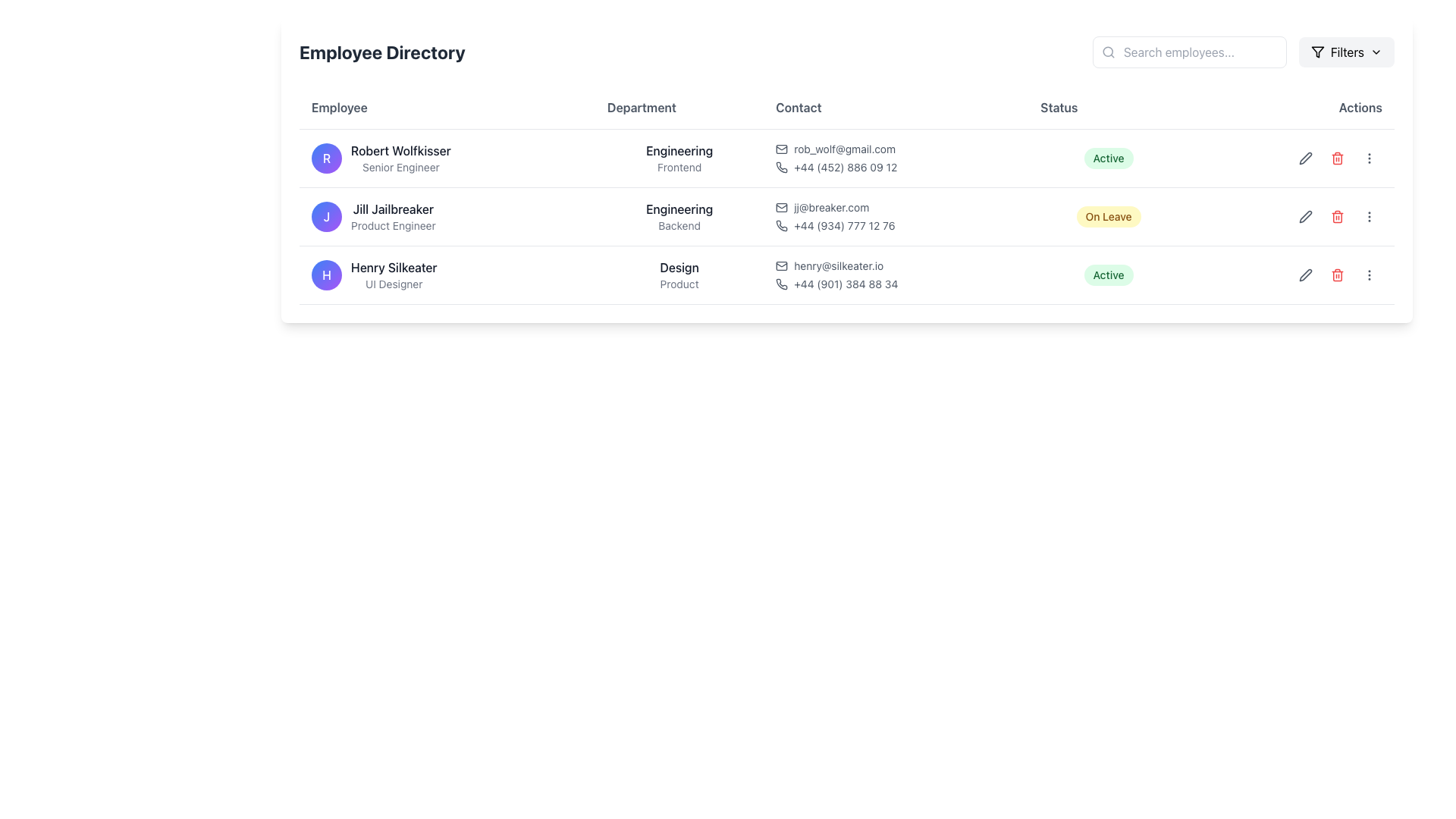 This screenshot has width=1456, height=819. Describe the element at coordinates (782, 167) in the screenshot. I see `the phone icon located under the 'Contact' column in the row for 'Robert Wolfkisser' to initiate a call action` at that location.